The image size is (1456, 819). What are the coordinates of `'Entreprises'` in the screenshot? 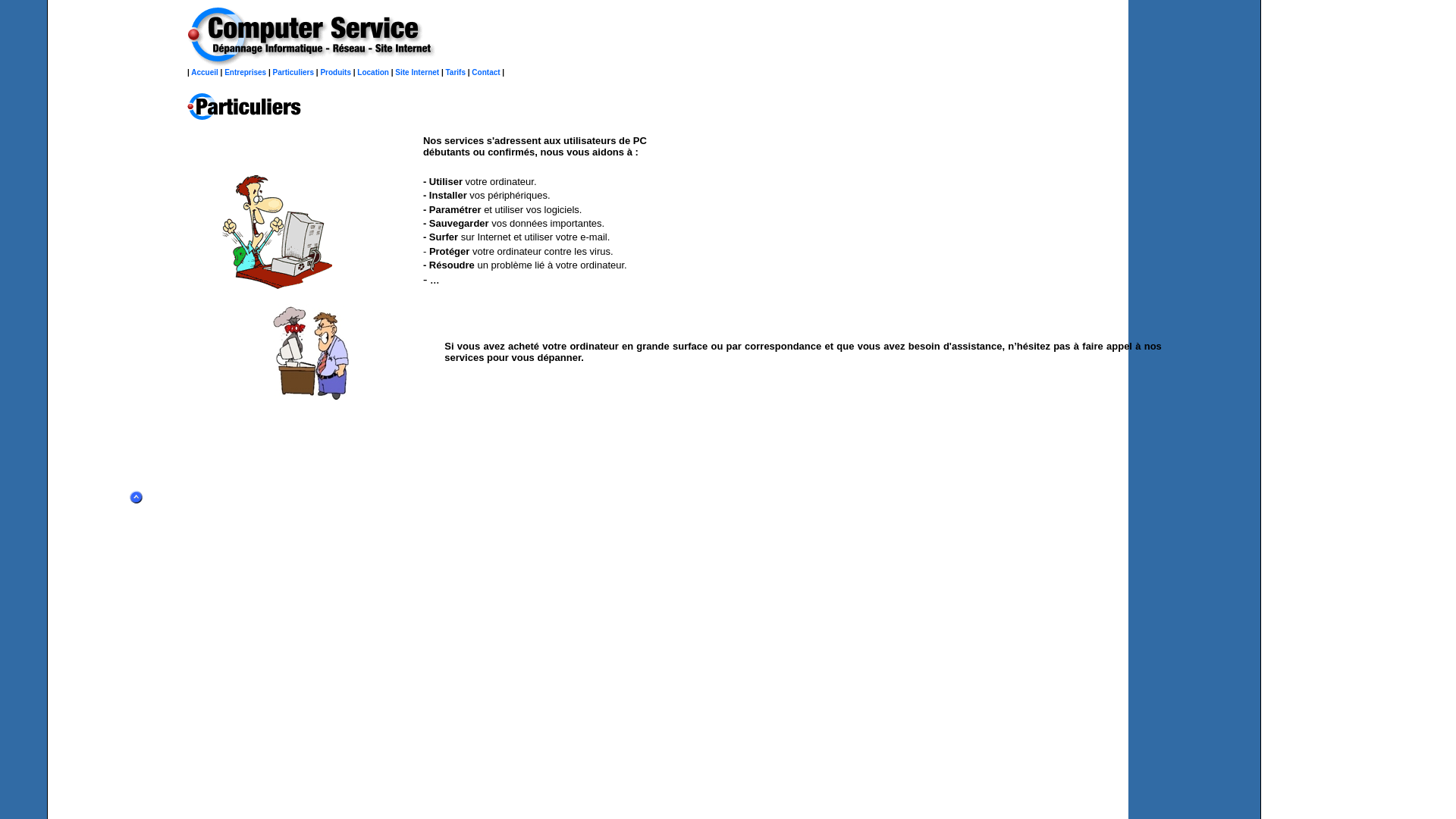 It's located at (245, 72).